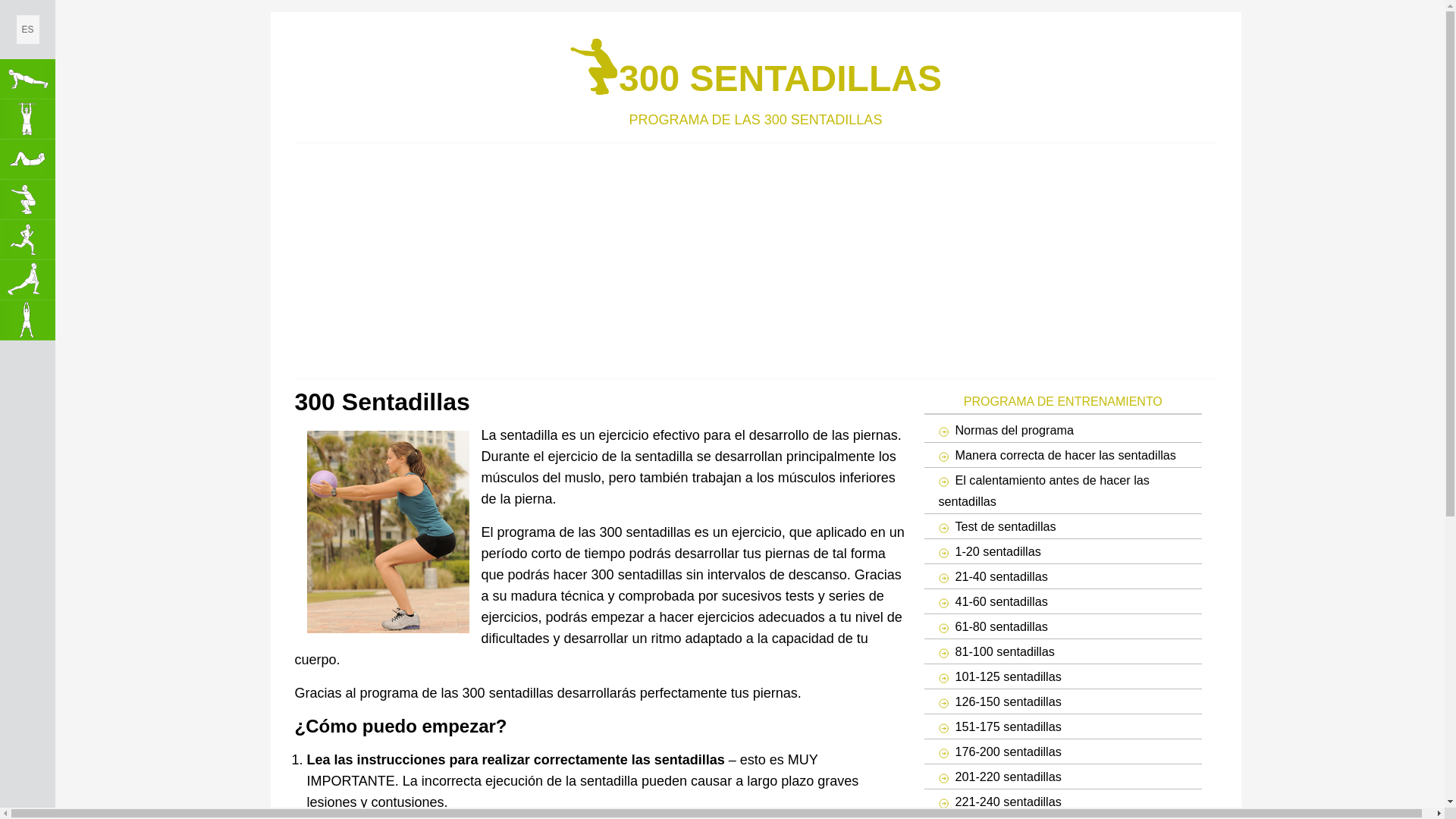 The image size is (1456, 819). Describe the element at coordinates (1062, 491) in the screenshot. I see `'El calentamiento antes de hacer las sentadillas'` at that location.